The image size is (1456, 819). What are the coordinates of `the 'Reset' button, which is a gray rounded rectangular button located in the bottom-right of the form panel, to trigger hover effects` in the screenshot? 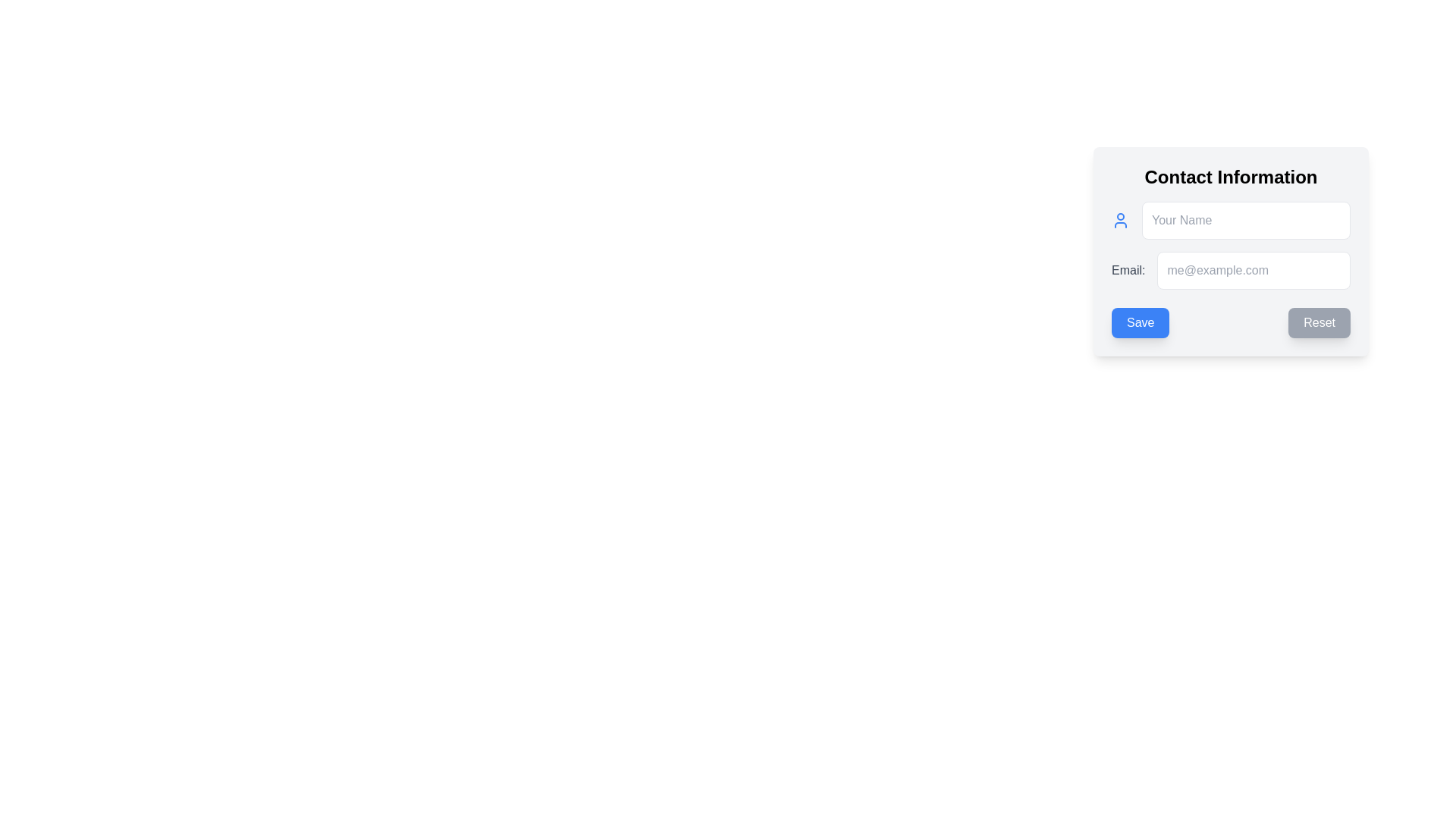 It's located at (1319, 322).